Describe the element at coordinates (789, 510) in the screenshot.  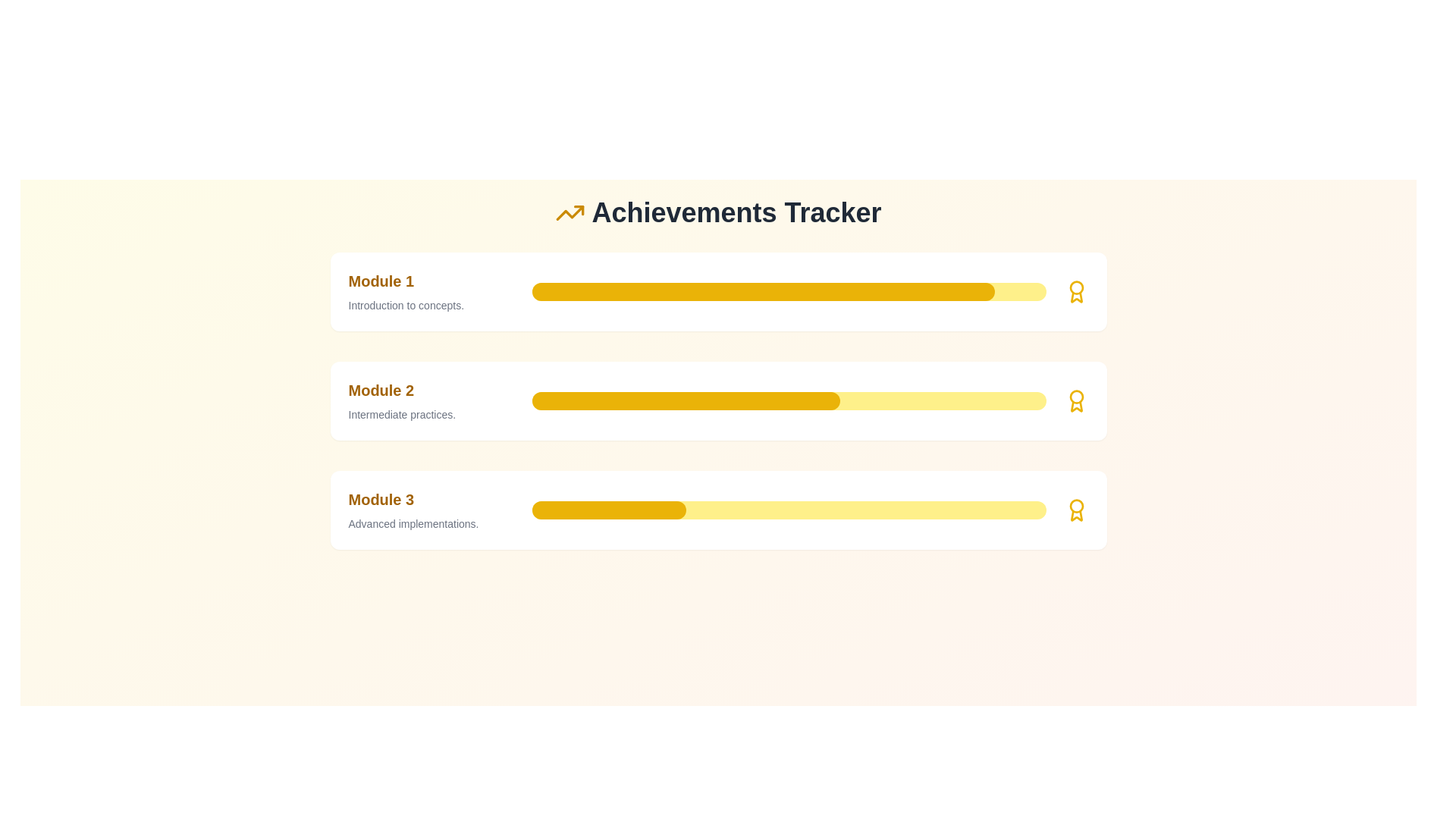
I see `the progress bar for Module 3` at that location.